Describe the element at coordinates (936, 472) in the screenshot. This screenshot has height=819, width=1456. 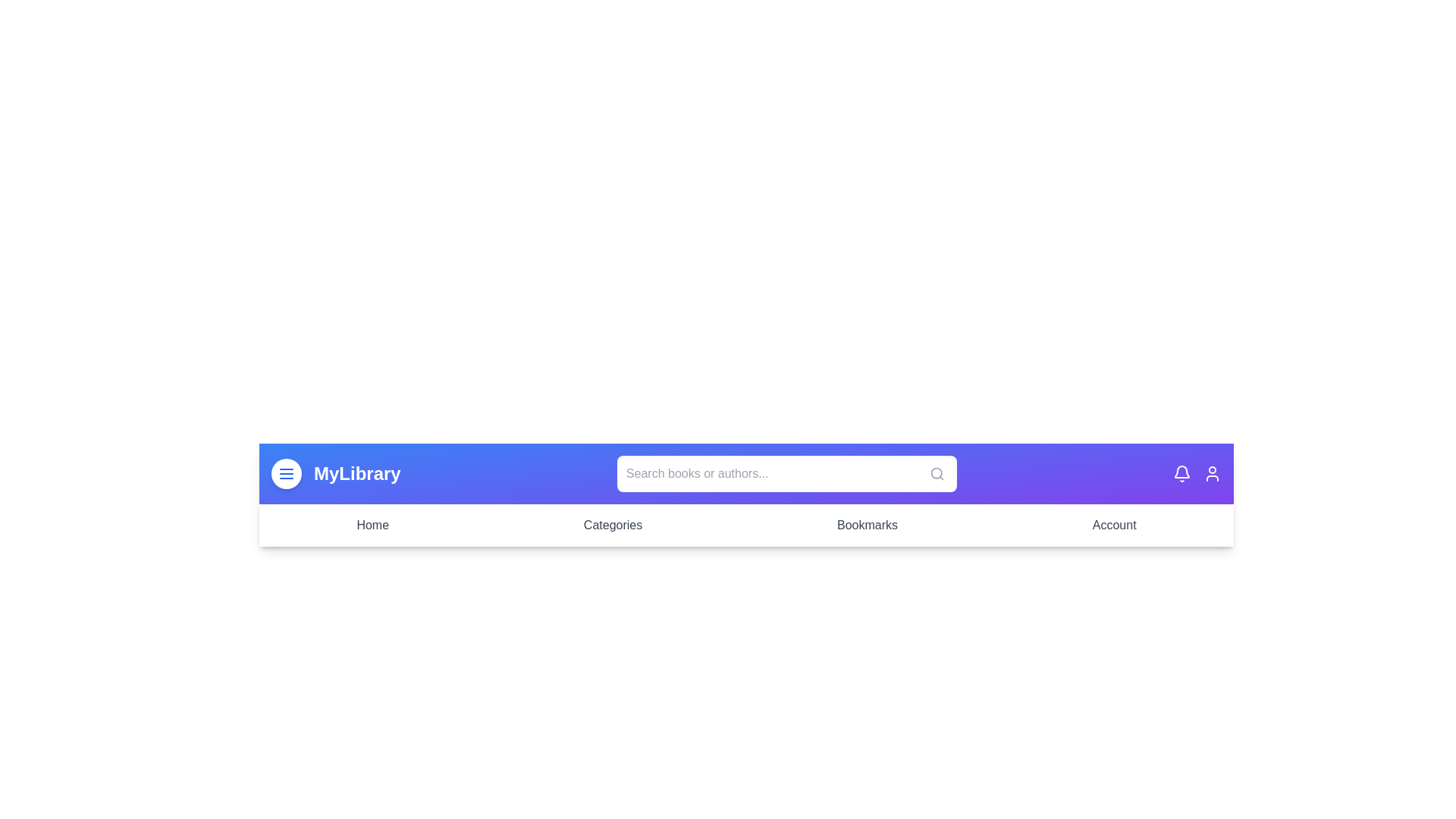
I see `the search icon to initiate a search` at that location.